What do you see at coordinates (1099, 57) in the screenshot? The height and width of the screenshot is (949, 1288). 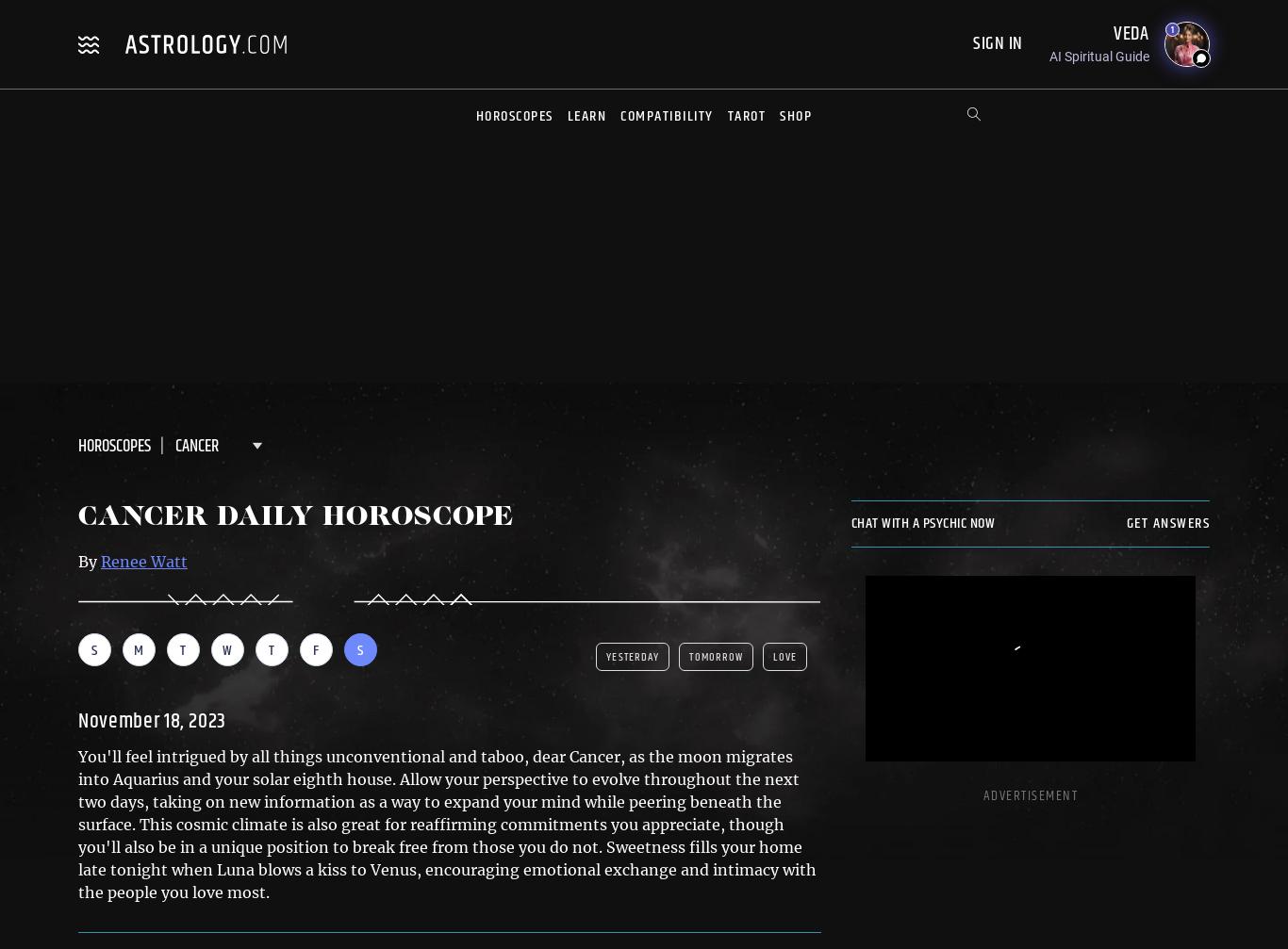 I see `'AI Spiritual Guide'` at bounding box center [1099, 57].